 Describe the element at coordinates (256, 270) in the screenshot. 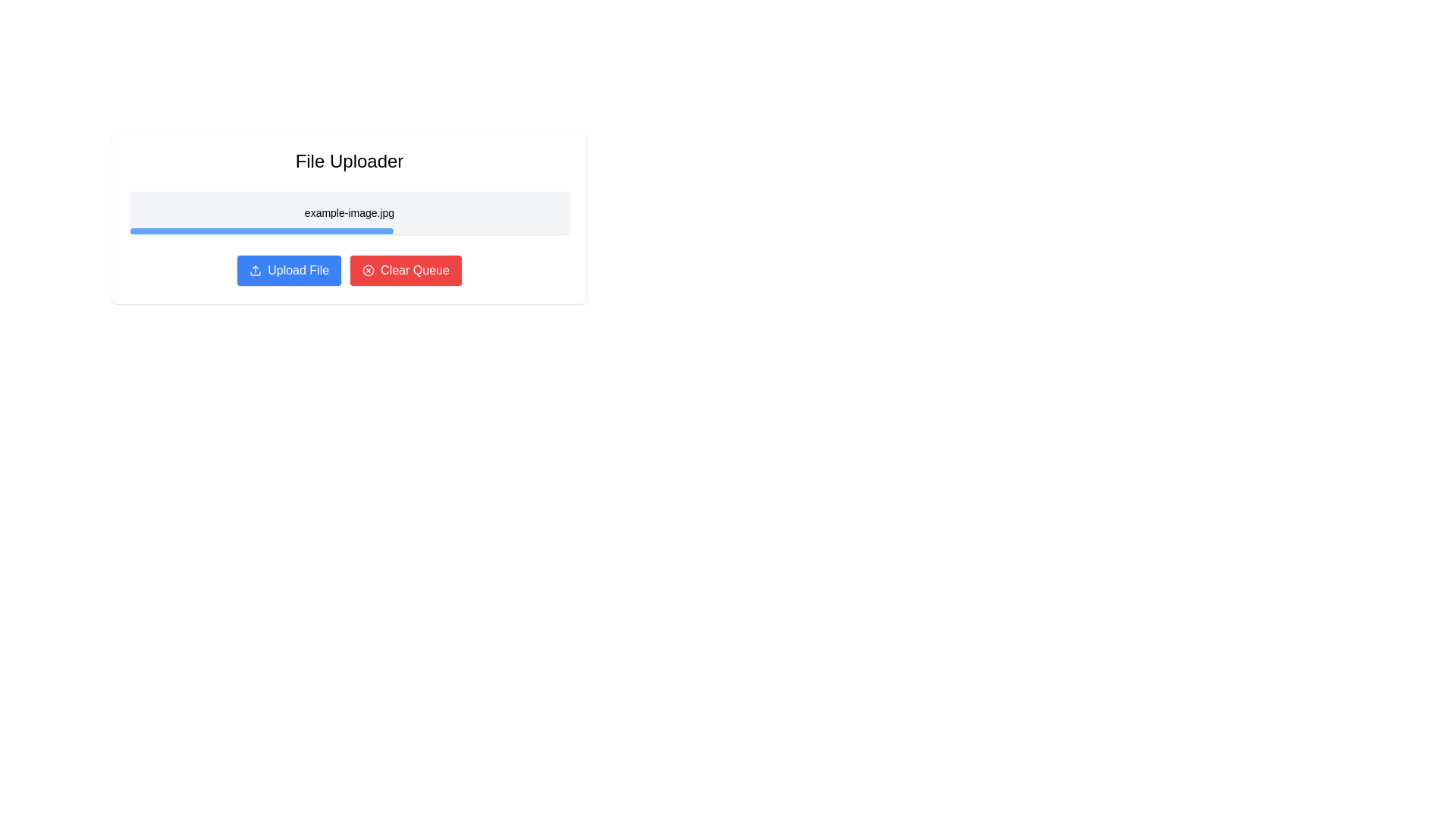

I see `the upload icon located inside the 'Upload File' button, which is positioned under the progress bar and to the left of the 'Clear Queue' button` at that location.